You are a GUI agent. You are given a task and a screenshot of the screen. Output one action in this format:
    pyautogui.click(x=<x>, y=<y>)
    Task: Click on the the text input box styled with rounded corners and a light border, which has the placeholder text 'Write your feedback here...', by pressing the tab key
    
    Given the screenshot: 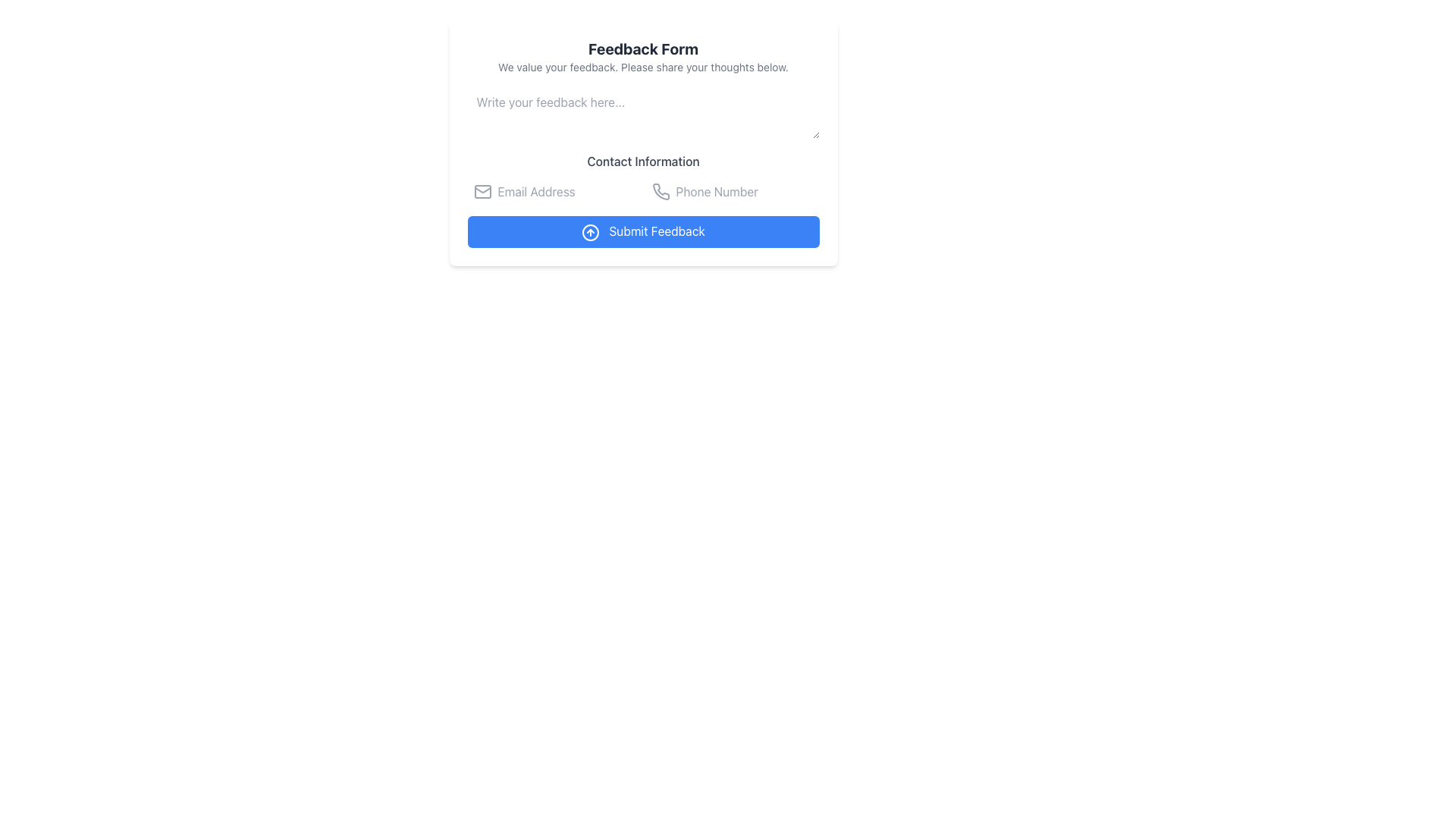 What is the action you would take?
    pyautogui.click(x=643, y=110)
    